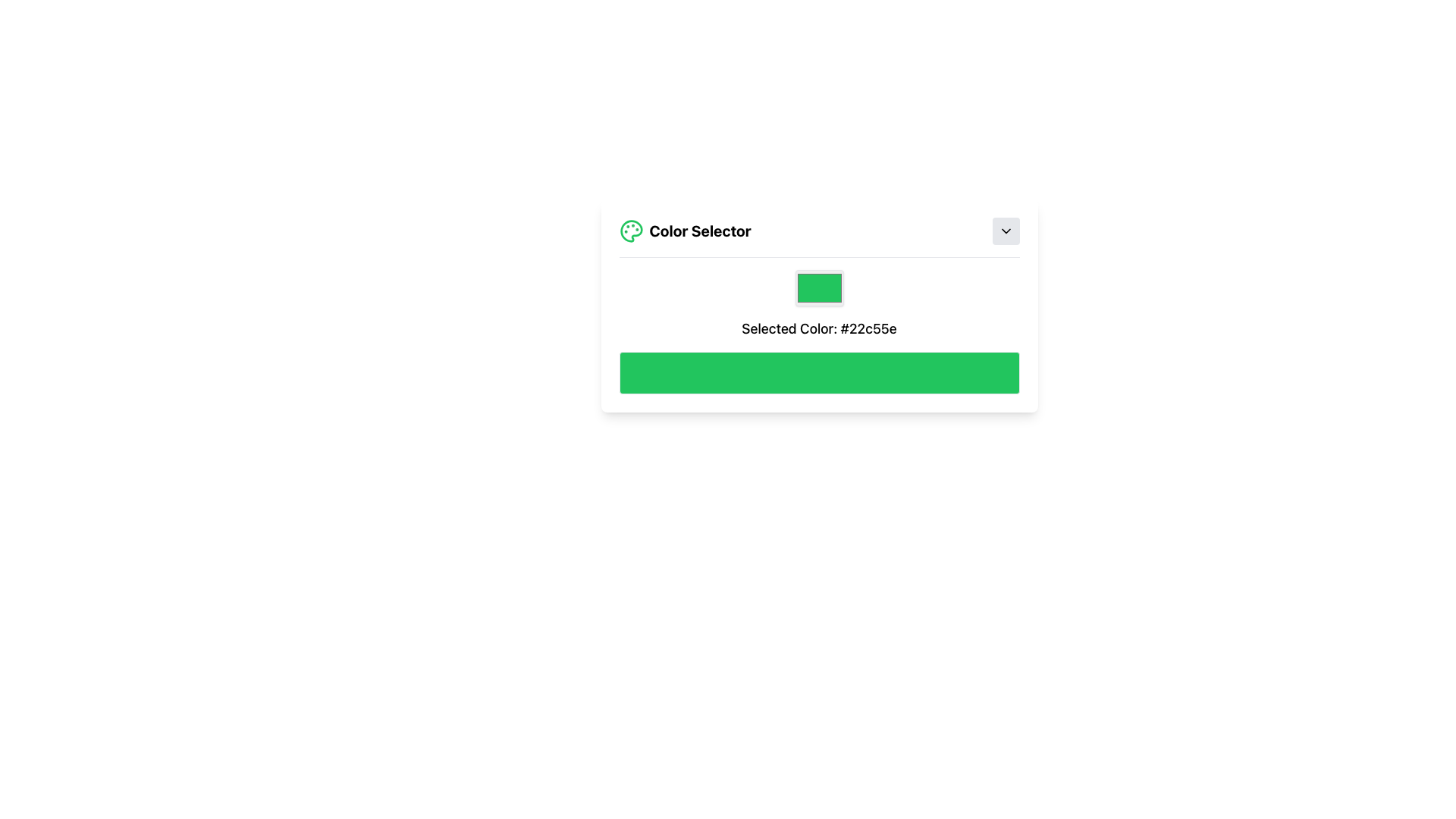  What do you see at coordinates (818, 328) in the screenshot?
I see `the Text Label displaying 'Selected Color: #22c55e', which is centrally aligned beneath a green rectangle` at bounding box center [818, 328].